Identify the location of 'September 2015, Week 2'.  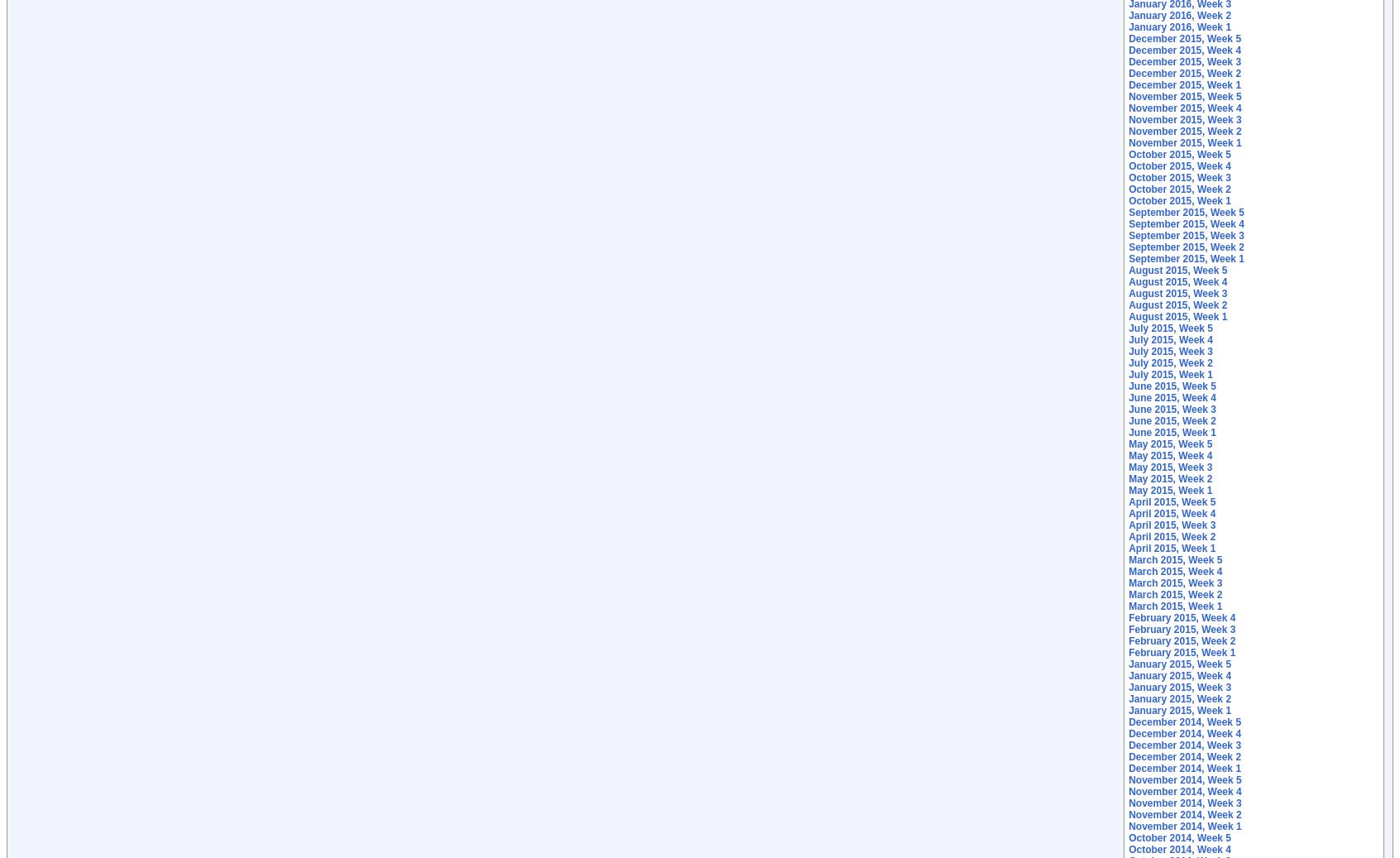
(1185, 246).